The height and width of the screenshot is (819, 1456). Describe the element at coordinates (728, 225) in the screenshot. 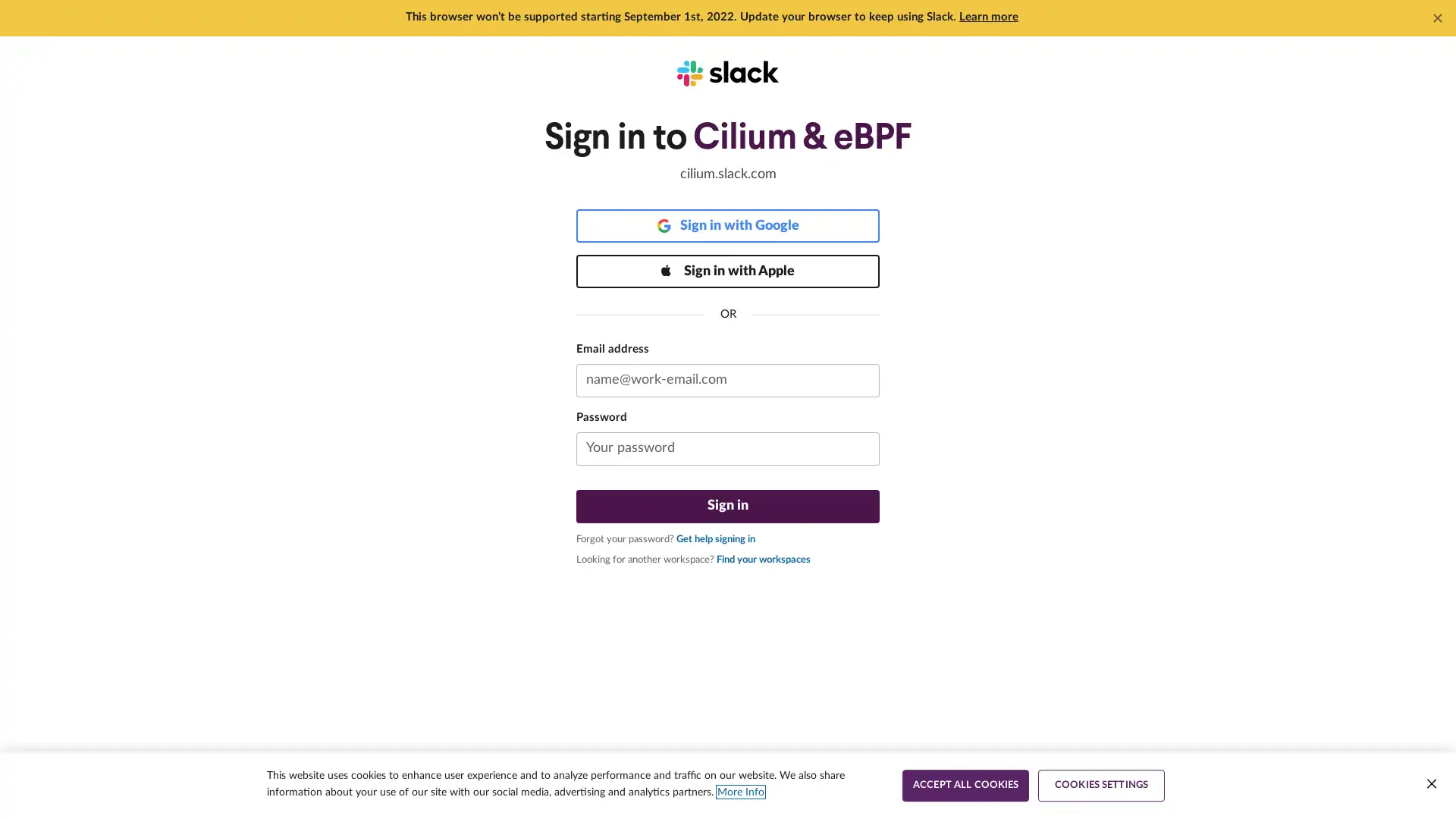

I see `Sign in with Google` at that location.